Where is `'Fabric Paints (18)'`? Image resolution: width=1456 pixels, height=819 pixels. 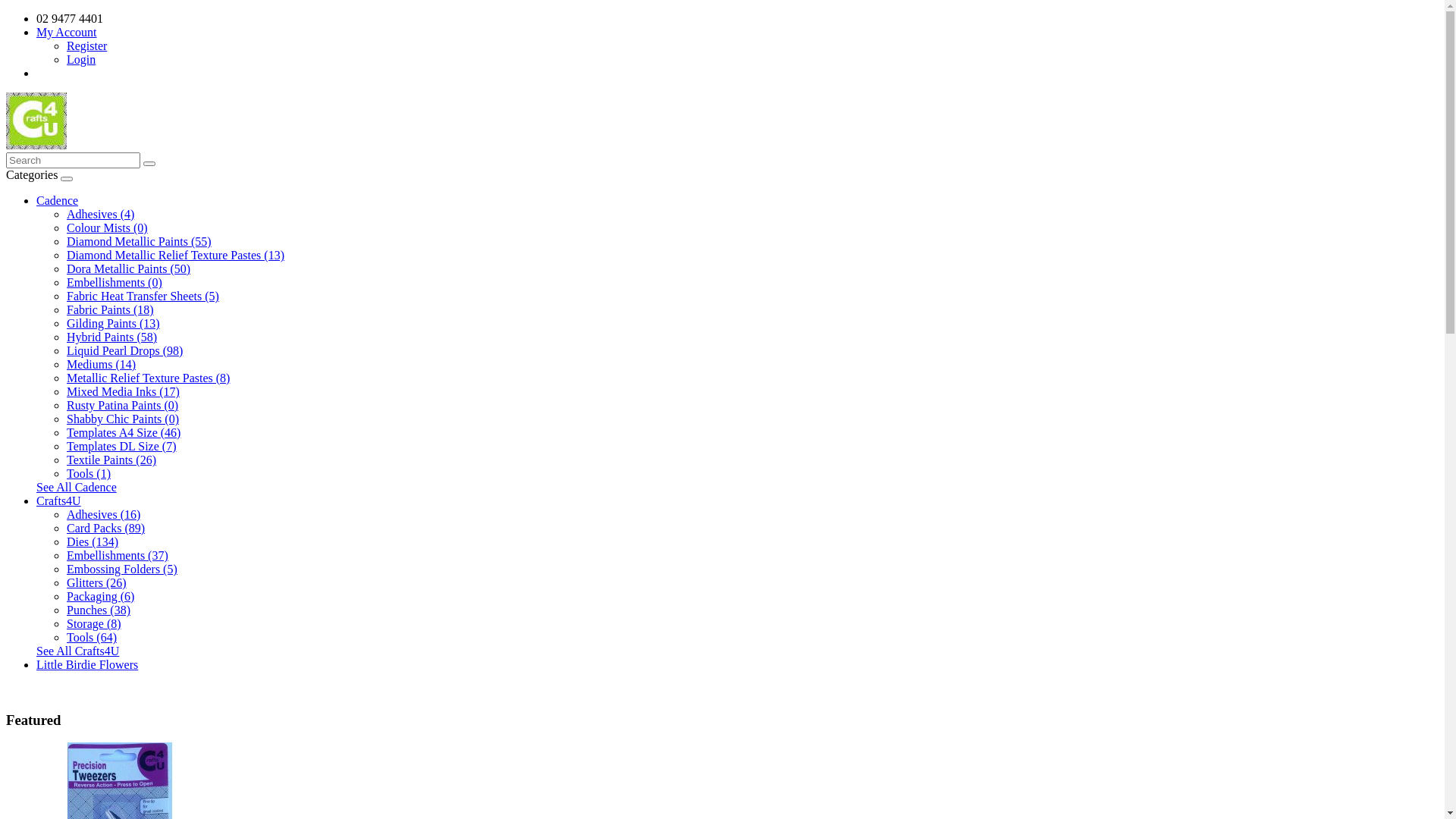 'Fabric Paints (18)' is located at coordinates (65, 309).